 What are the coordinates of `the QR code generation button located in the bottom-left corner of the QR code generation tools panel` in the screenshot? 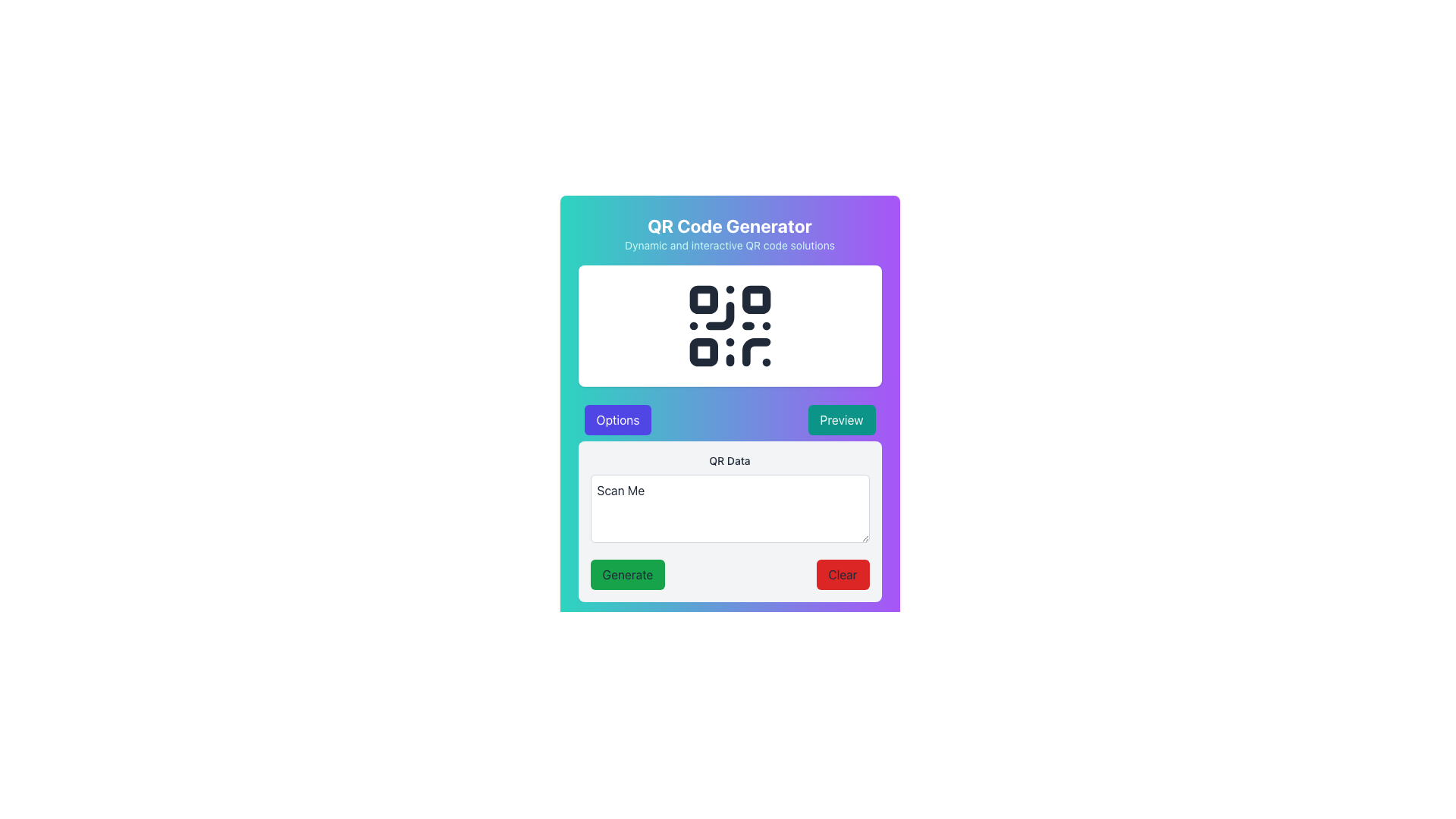 It's located at (627, 575).